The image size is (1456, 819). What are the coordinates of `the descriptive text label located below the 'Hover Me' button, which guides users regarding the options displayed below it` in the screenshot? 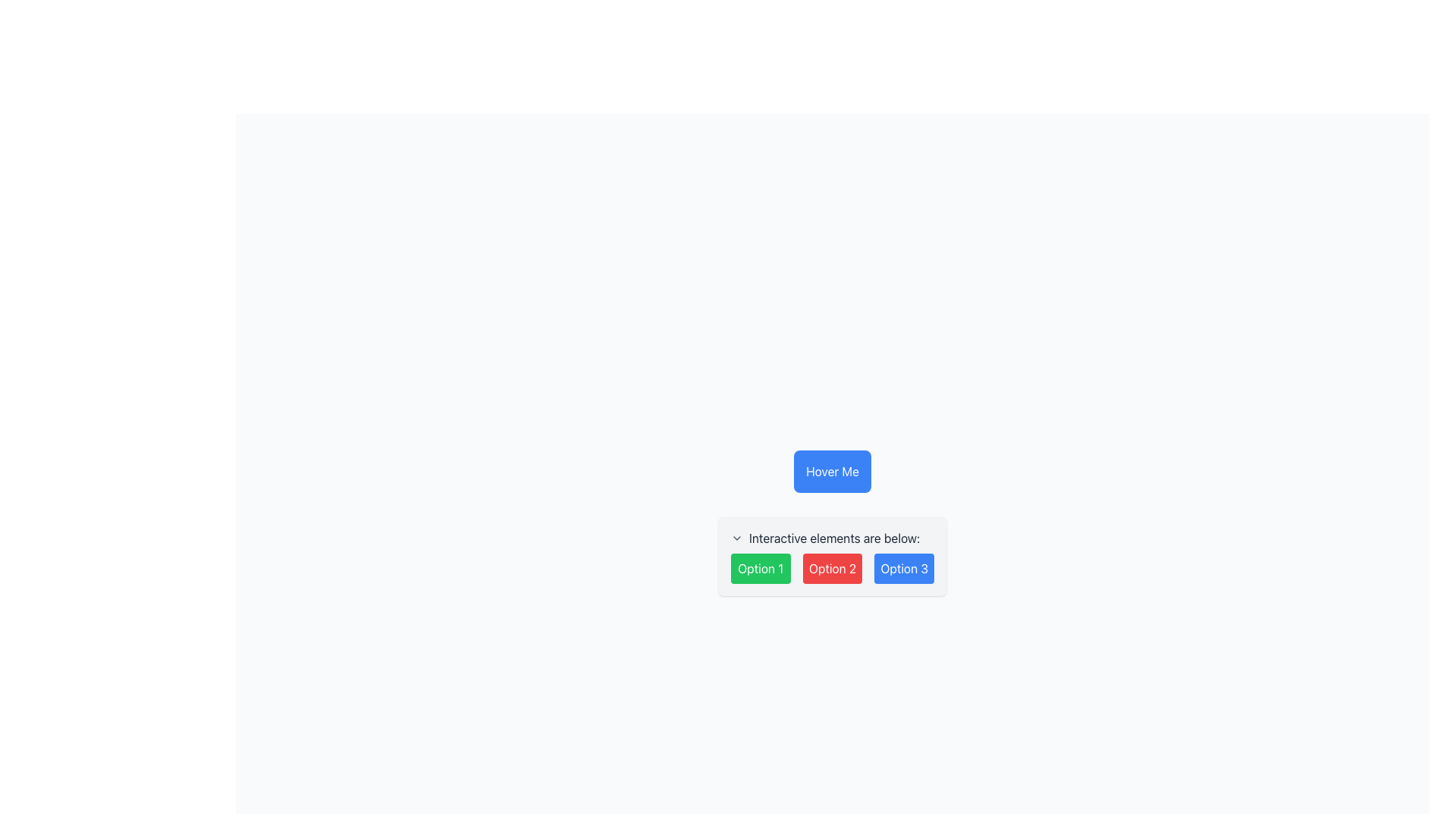 It's located at (833, 537).